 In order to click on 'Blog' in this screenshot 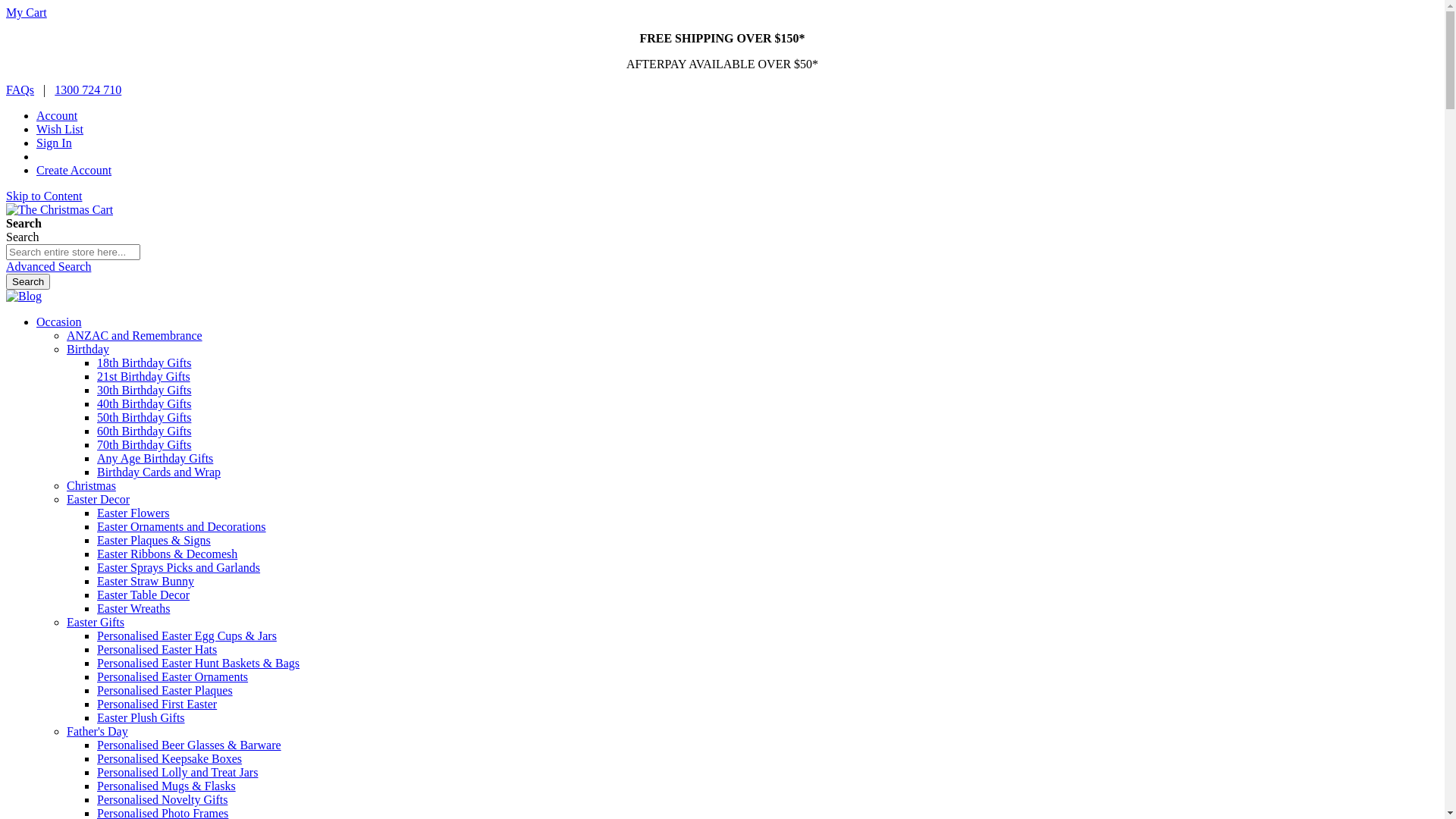, I will do `click(24, 296)`.